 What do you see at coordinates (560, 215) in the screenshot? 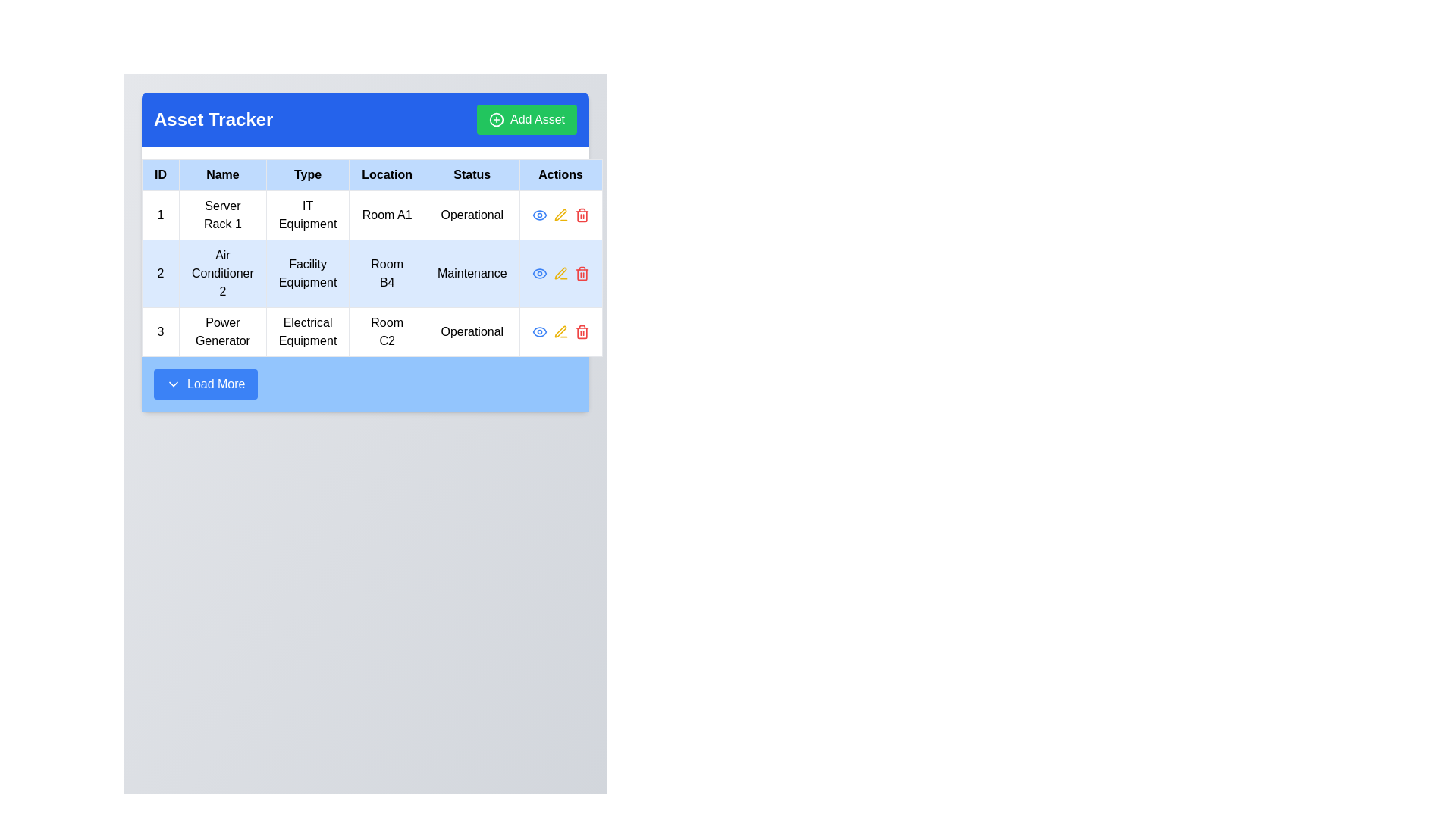
I see `the edit button located in the 'Actions' column of the third row of the table` at bounding box center [560, 215].